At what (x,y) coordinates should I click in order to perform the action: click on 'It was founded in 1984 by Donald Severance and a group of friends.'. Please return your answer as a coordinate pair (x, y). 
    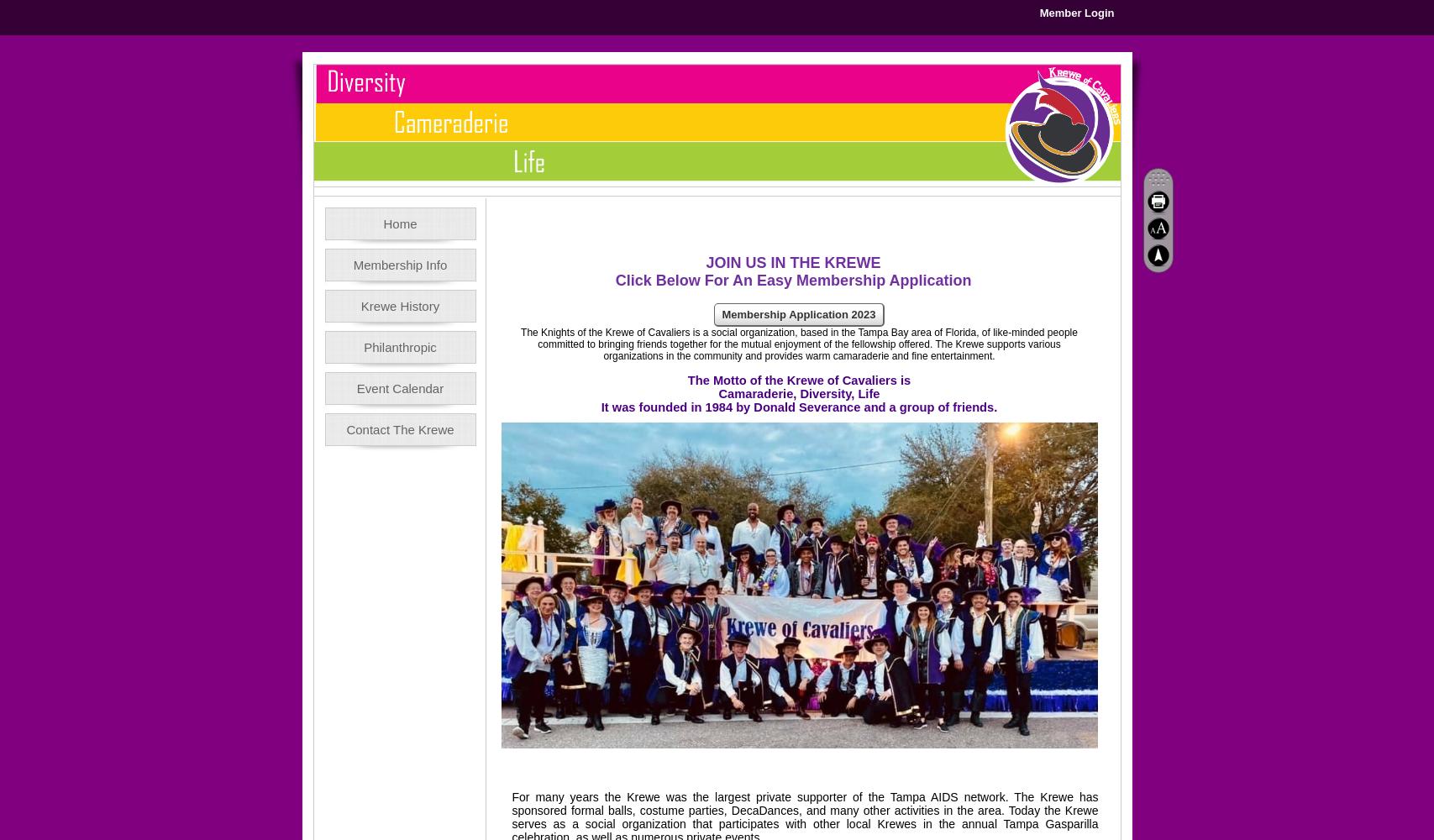
    Looking at the image, I should click on (797, 407).